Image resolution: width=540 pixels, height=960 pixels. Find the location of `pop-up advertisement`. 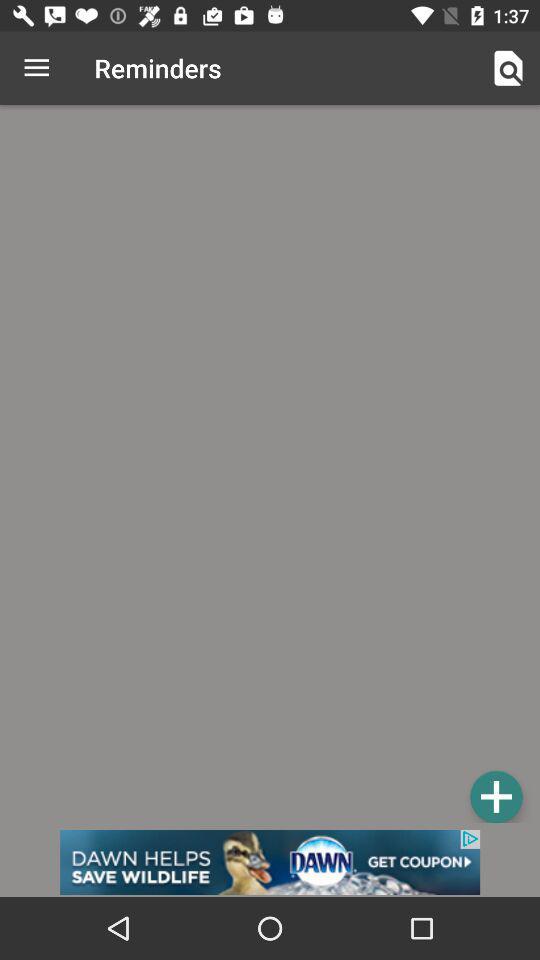

pop-up advertisement is located at coordinates (270, 861).